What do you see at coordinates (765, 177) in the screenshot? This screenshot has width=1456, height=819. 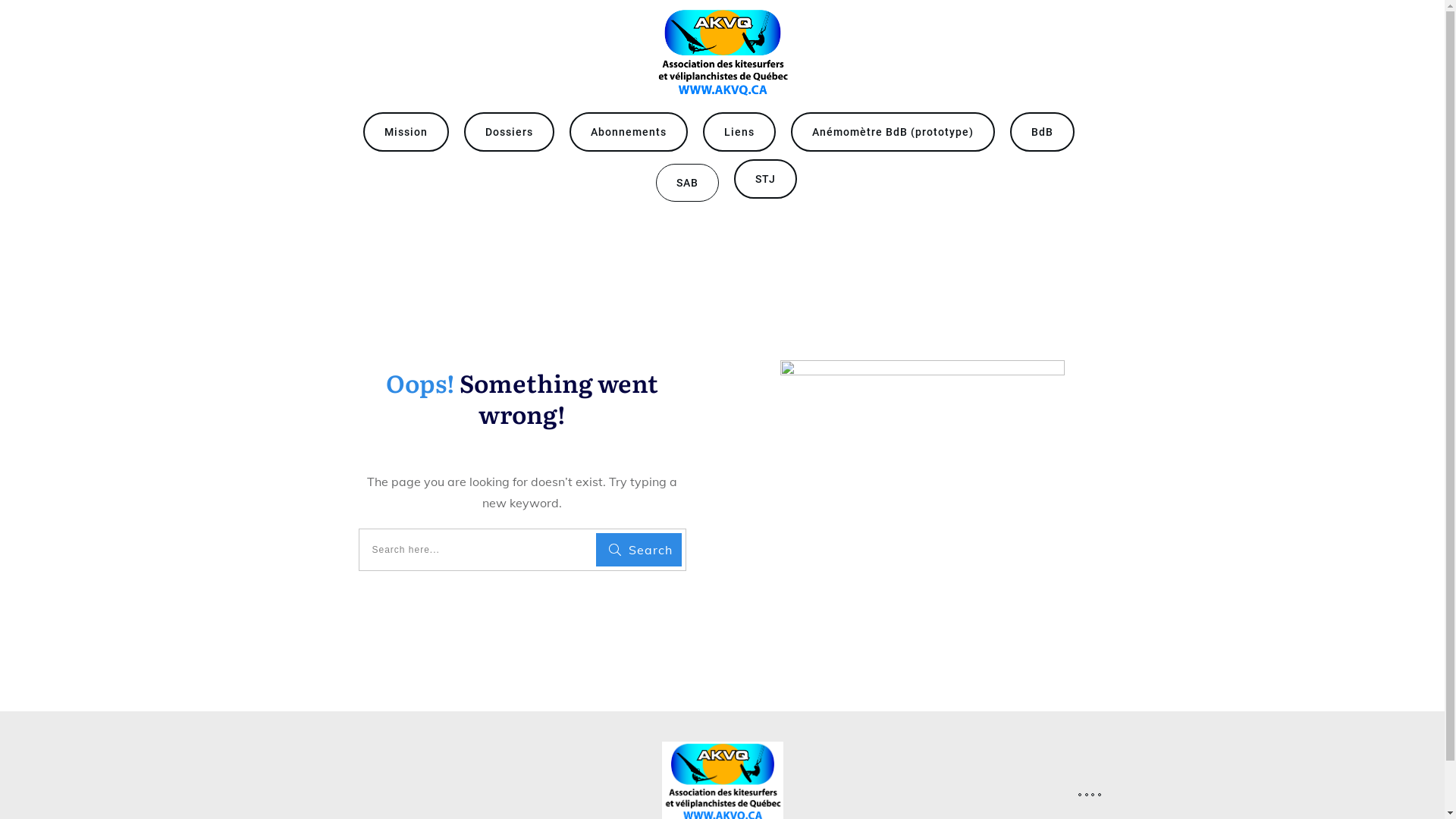 I see `'STJ'` at bounding box center [765, 177].